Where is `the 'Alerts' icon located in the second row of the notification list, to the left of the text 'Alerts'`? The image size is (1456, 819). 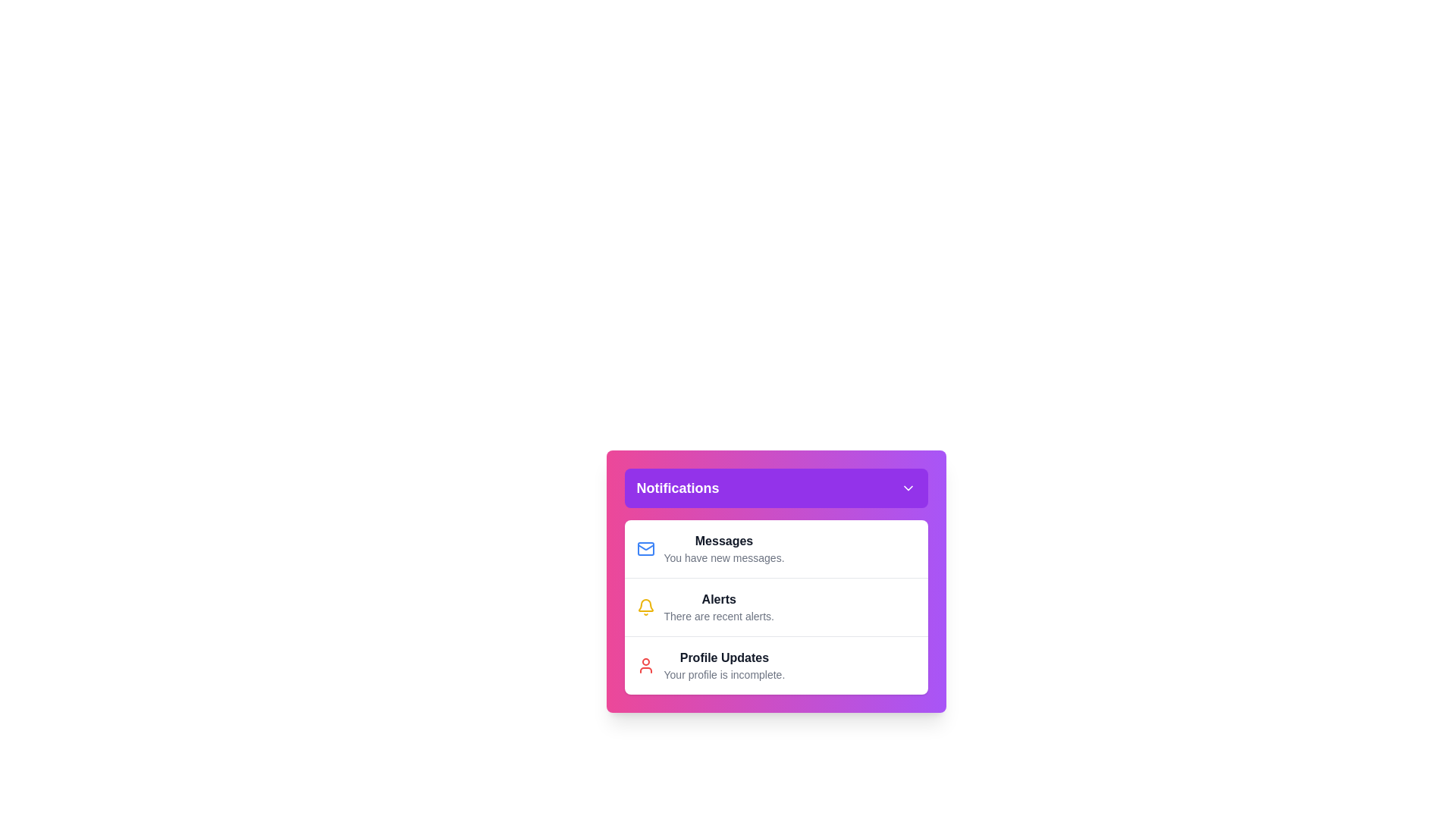 the 'Alerts' icon located in the second row of the notification list, to the left of the text 'Alerts' is located at coordinates (645, 607).